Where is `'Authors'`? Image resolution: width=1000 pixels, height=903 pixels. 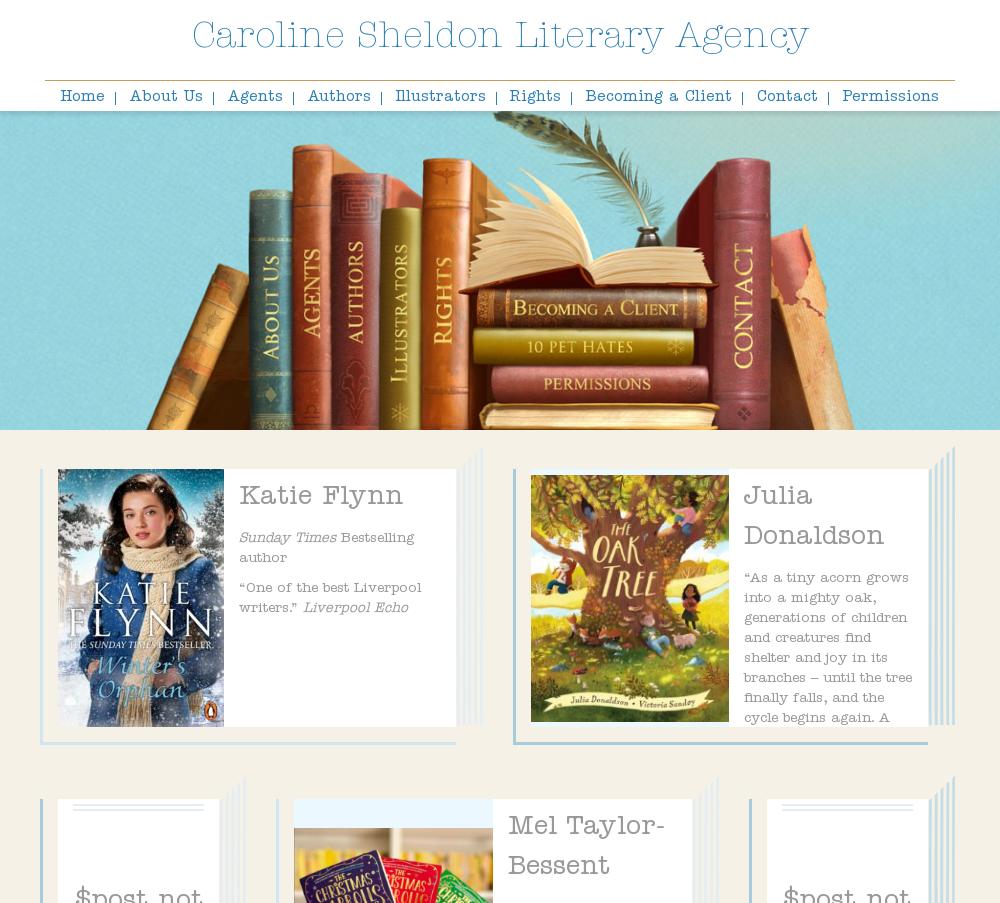
'Authors' is located at coordinates (337, 98).